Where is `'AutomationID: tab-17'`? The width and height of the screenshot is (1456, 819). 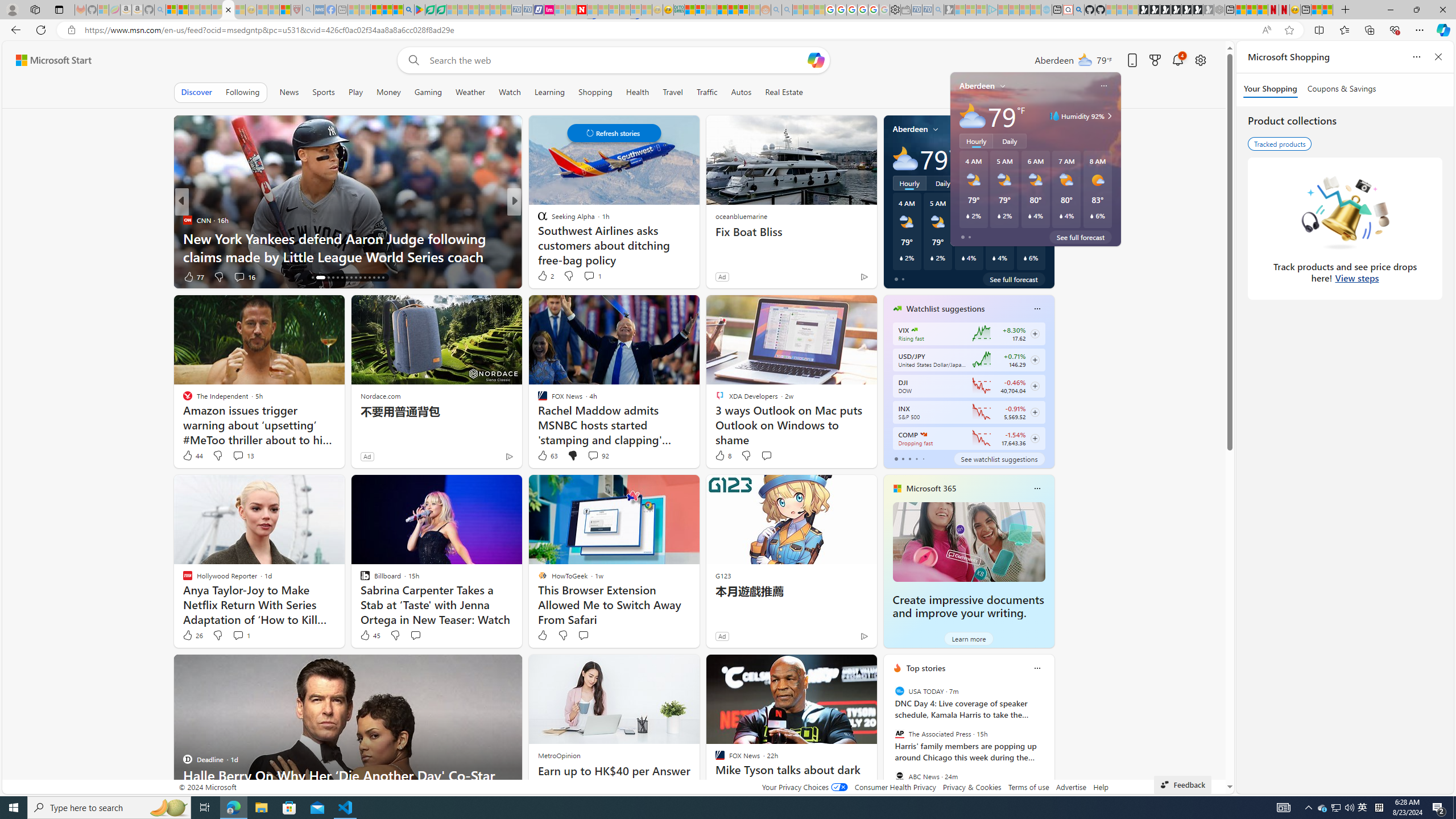
'AutomationID: tab-17' is located at coordinates (317, 277).